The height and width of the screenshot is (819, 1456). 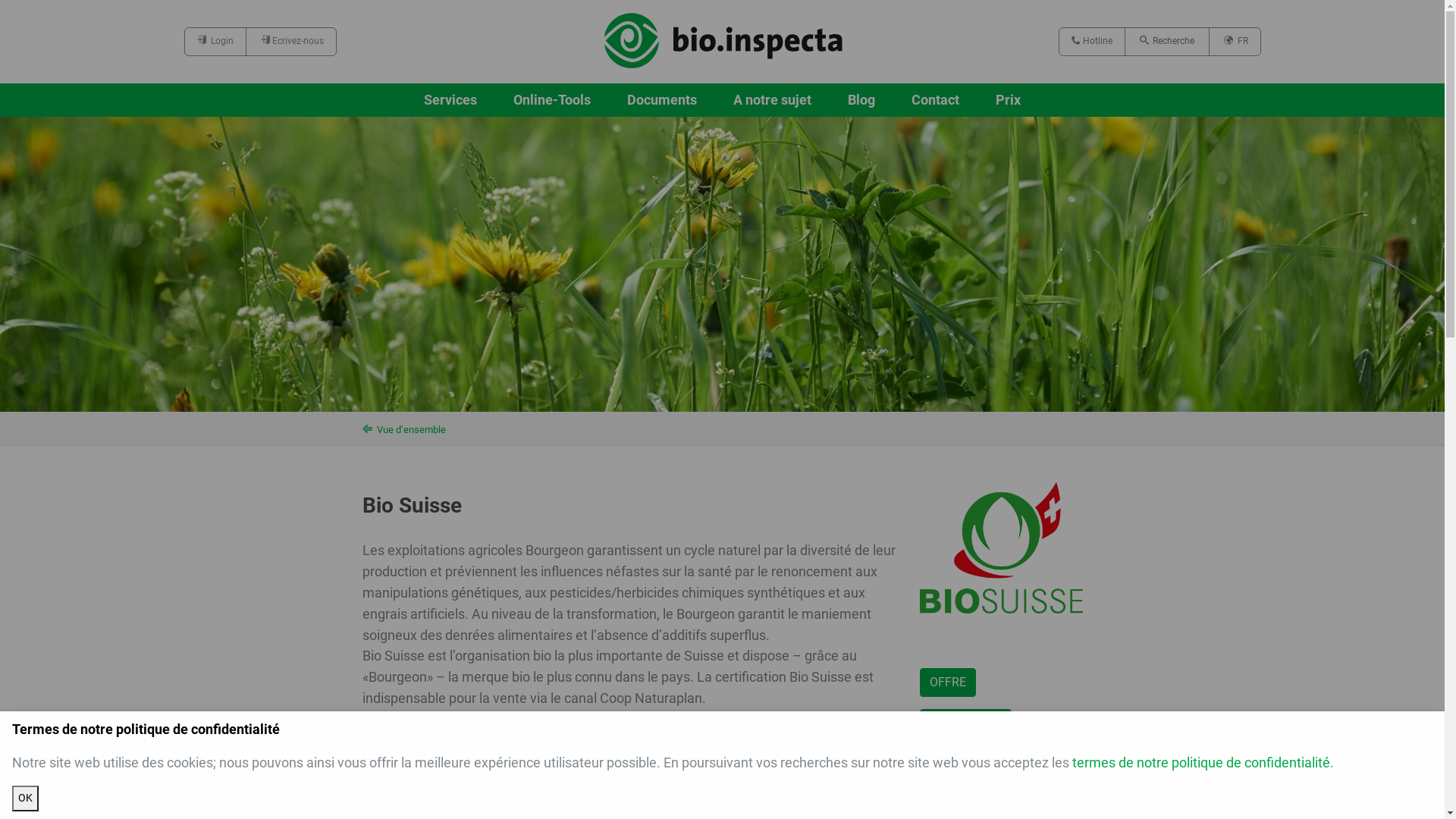 I want to click on 'Documents', so click(x=626, y=99).